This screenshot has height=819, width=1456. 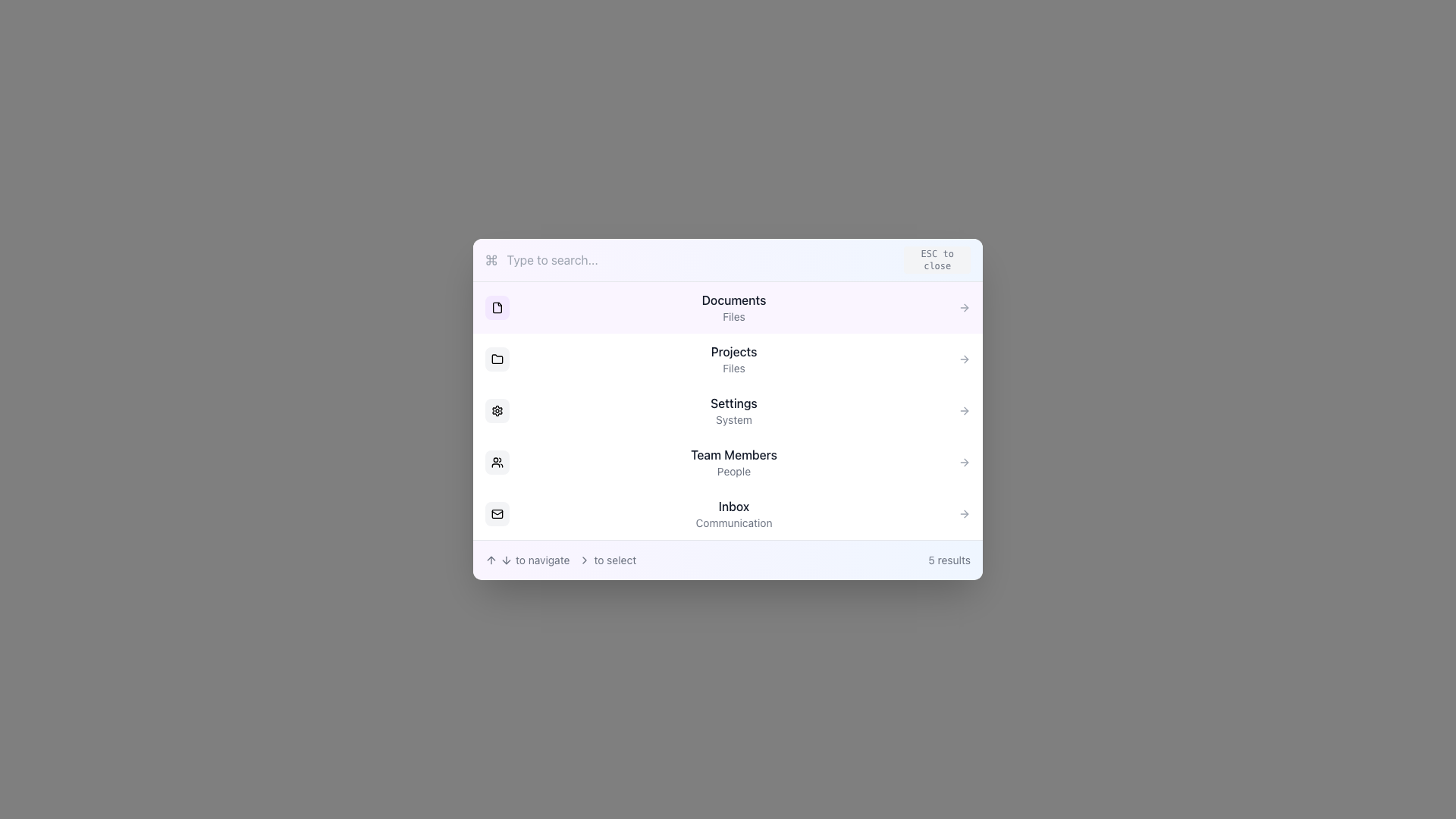 I want to click on the 'down' navigation icon located in the bottom-left section of the panel, adjacent to the upward-pointing arrow and the text 'to navigate.', so click(x=506, y=560).